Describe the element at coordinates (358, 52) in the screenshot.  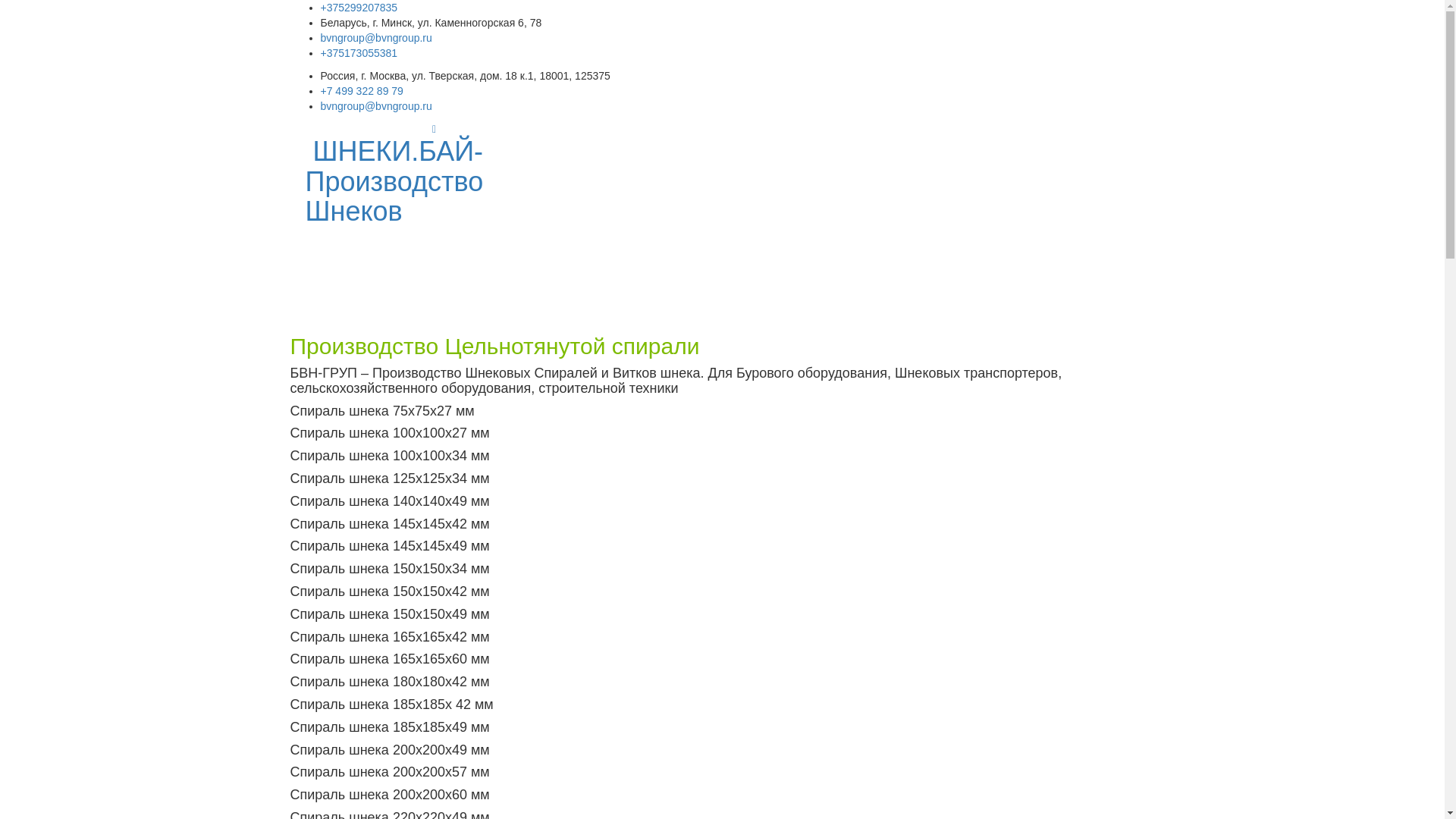
I see `'+375173055381'` at that location.